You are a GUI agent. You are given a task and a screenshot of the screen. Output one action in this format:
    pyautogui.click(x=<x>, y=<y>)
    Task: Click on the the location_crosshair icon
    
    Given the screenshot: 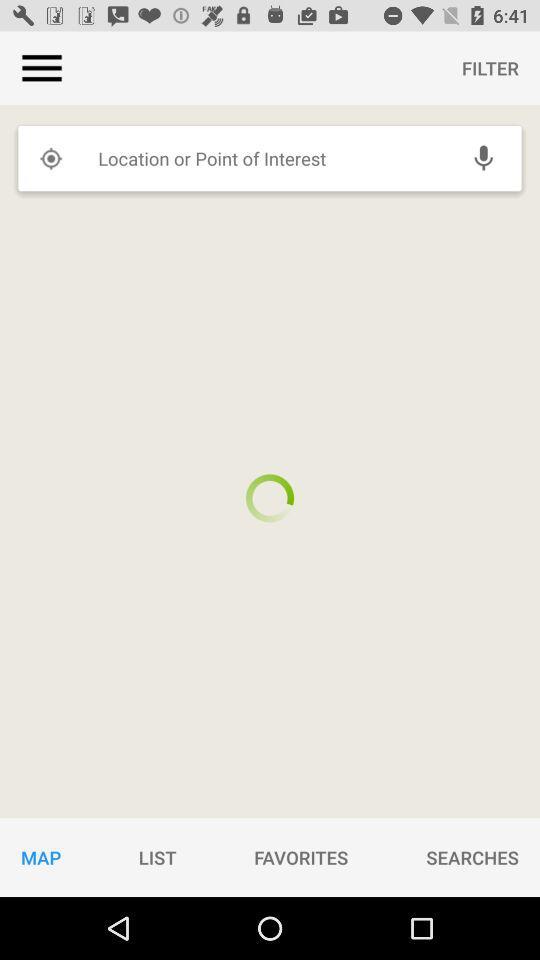 What is the action you would take?
    pyautogui.click(x=50, y=157)
    